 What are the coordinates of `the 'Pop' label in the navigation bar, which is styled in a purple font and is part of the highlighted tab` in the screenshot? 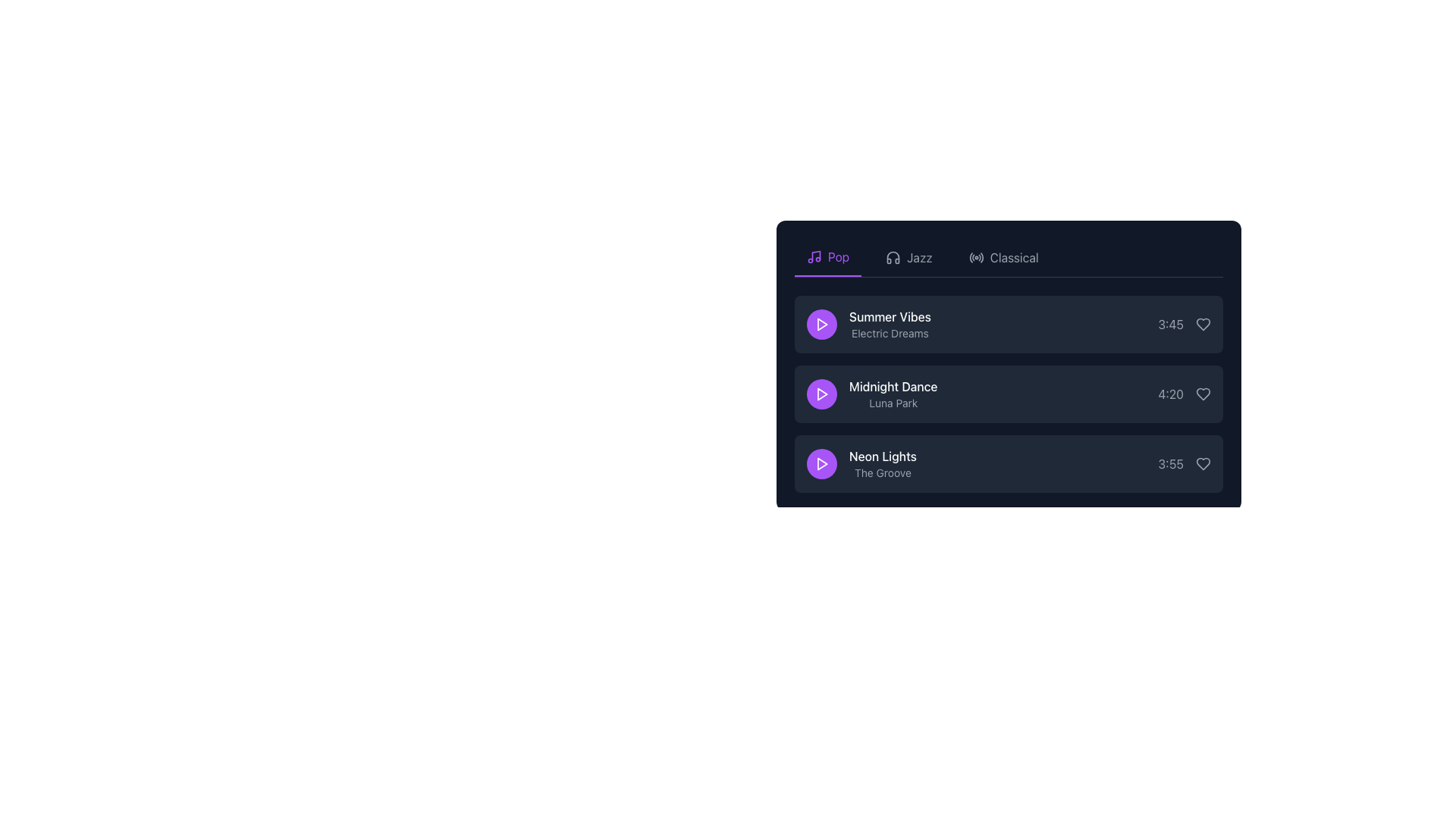 It's located at (838, 256).